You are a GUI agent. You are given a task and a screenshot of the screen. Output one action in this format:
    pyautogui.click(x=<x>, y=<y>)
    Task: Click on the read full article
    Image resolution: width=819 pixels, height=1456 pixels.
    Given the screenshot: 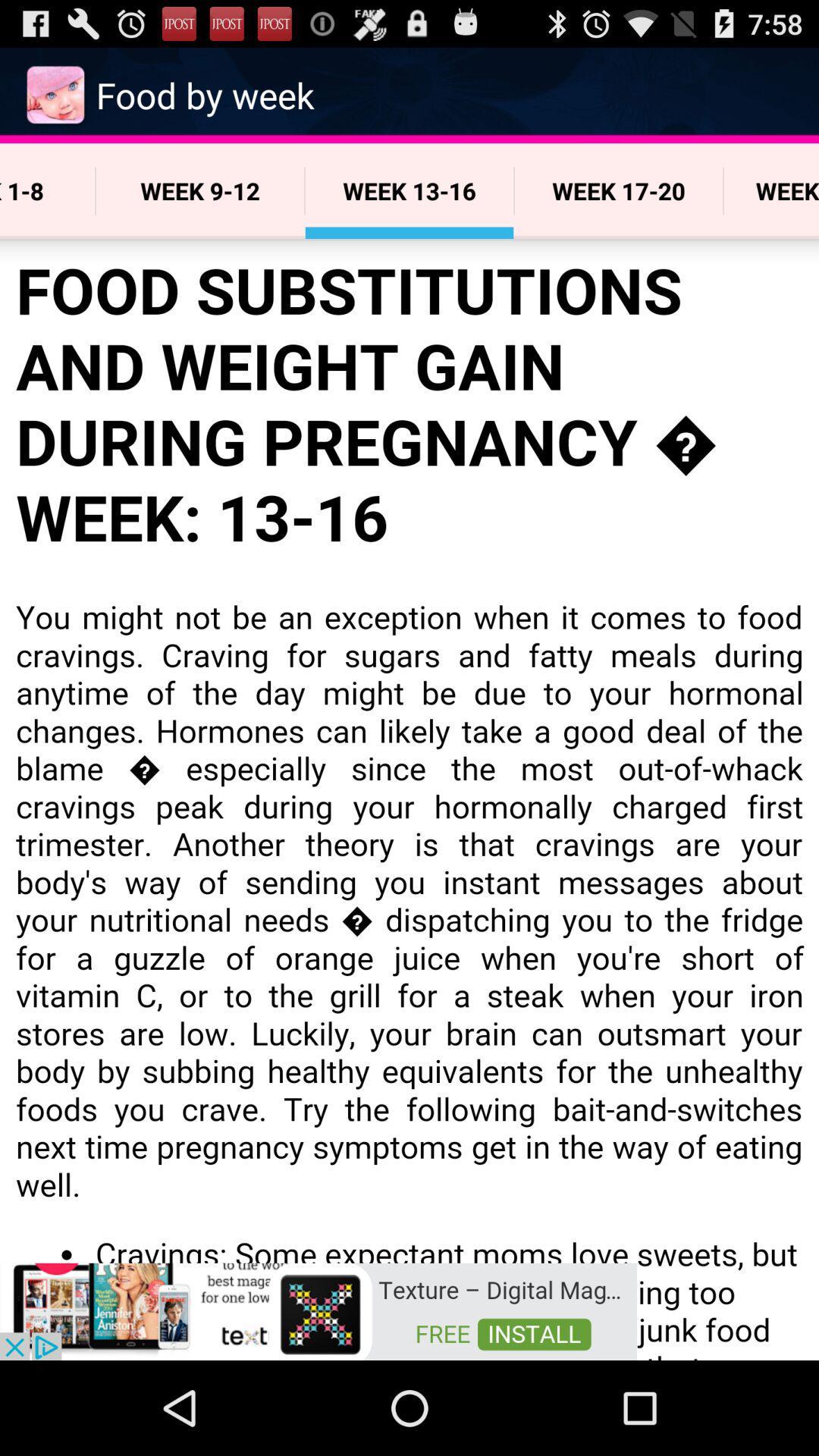 What is the action you would take?
    pyautogui.click(x=409, y=799)
    